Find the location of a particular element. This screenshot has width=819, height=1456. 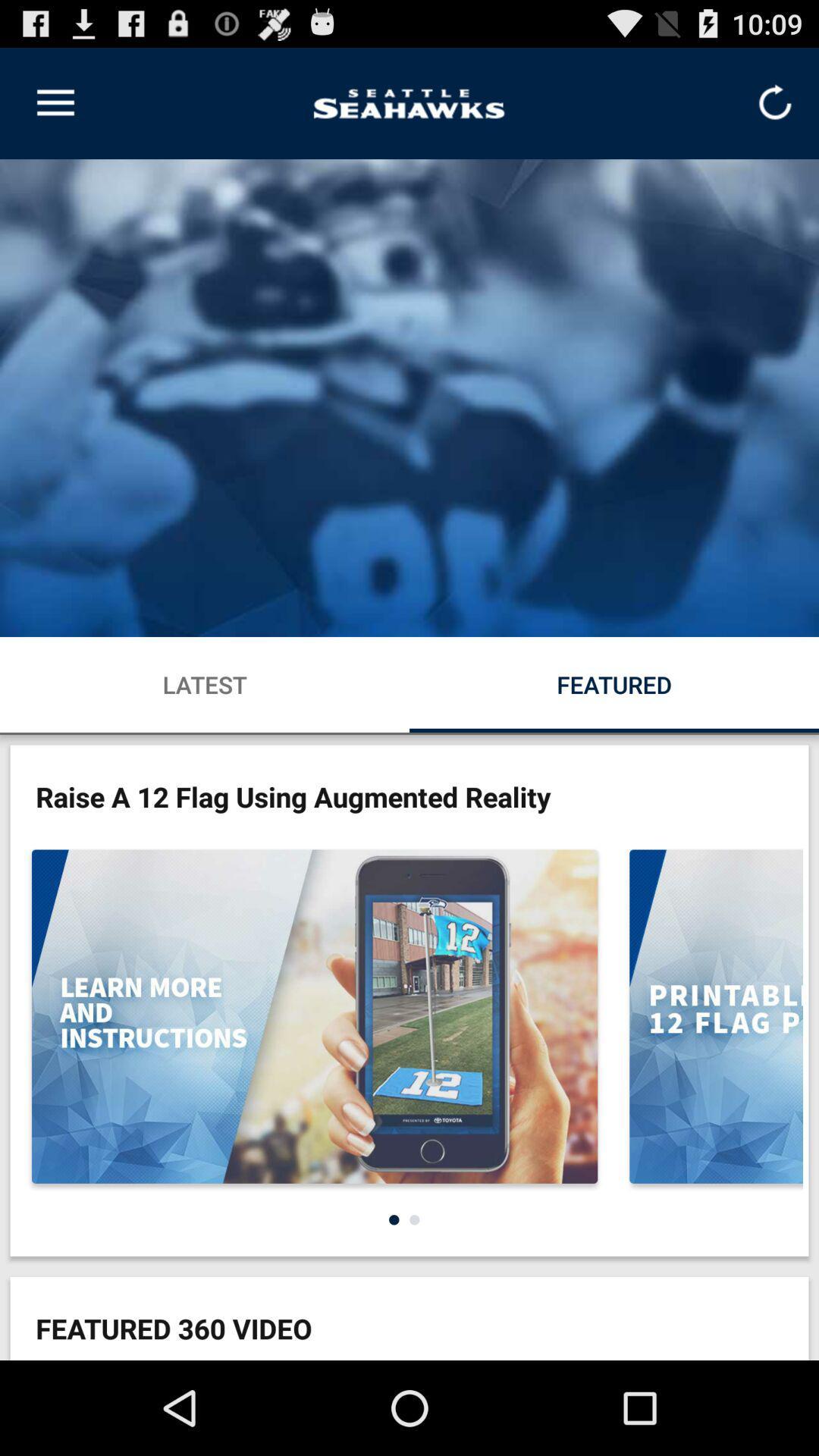

the icon at the top left corner is located at coordinates (55, 102).